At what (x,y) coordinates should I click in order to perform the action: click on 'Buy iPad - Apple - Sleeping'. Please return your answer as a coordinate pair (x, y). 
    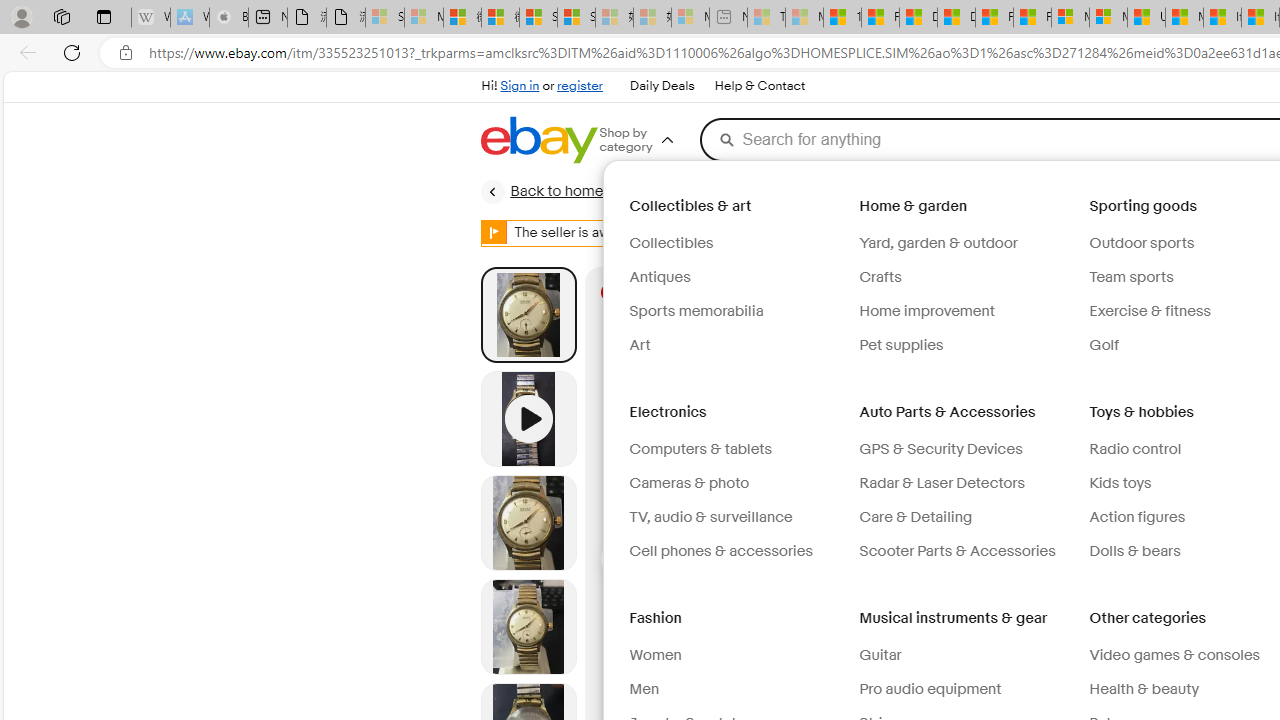
    Looking at the image, I should click on (229, 17).